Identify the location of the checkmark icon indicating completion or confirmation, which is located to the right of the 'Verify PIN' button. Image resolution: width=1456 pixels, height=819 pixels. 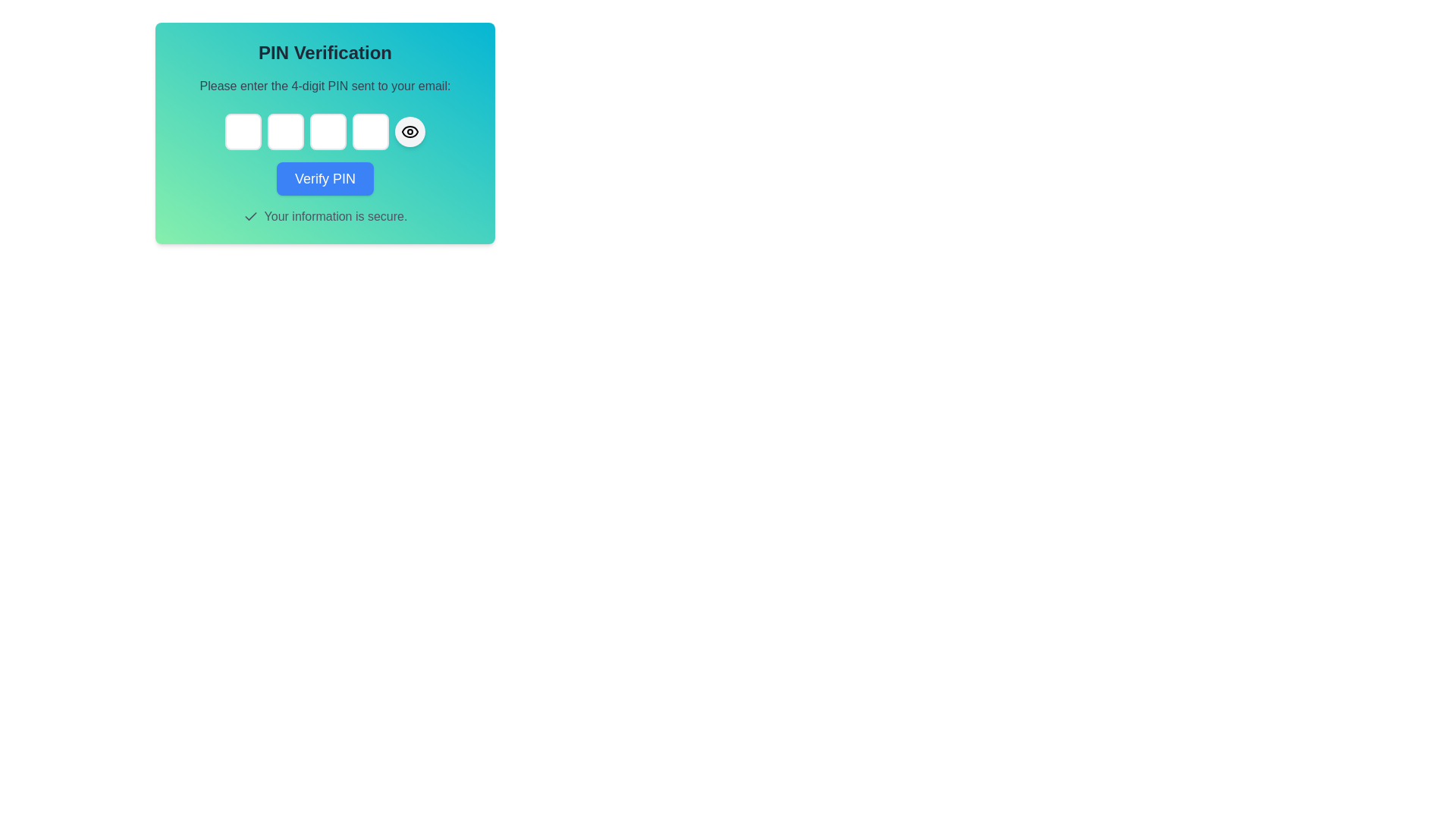
(250, 216).